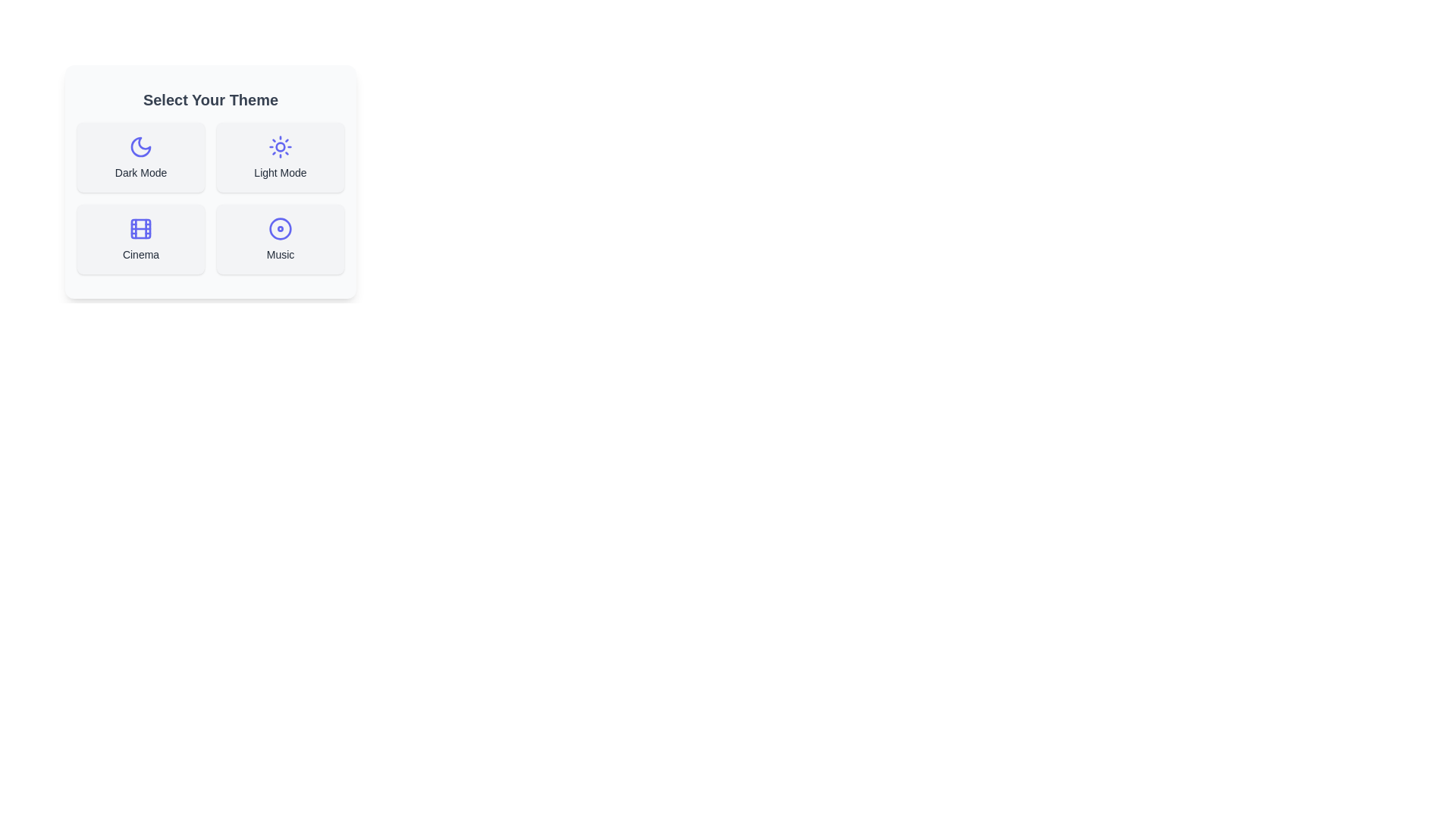  I want to click on the center of the 'Light Mode' sun icon located in the upper-right quadrant of the layout, so click(280, 146).